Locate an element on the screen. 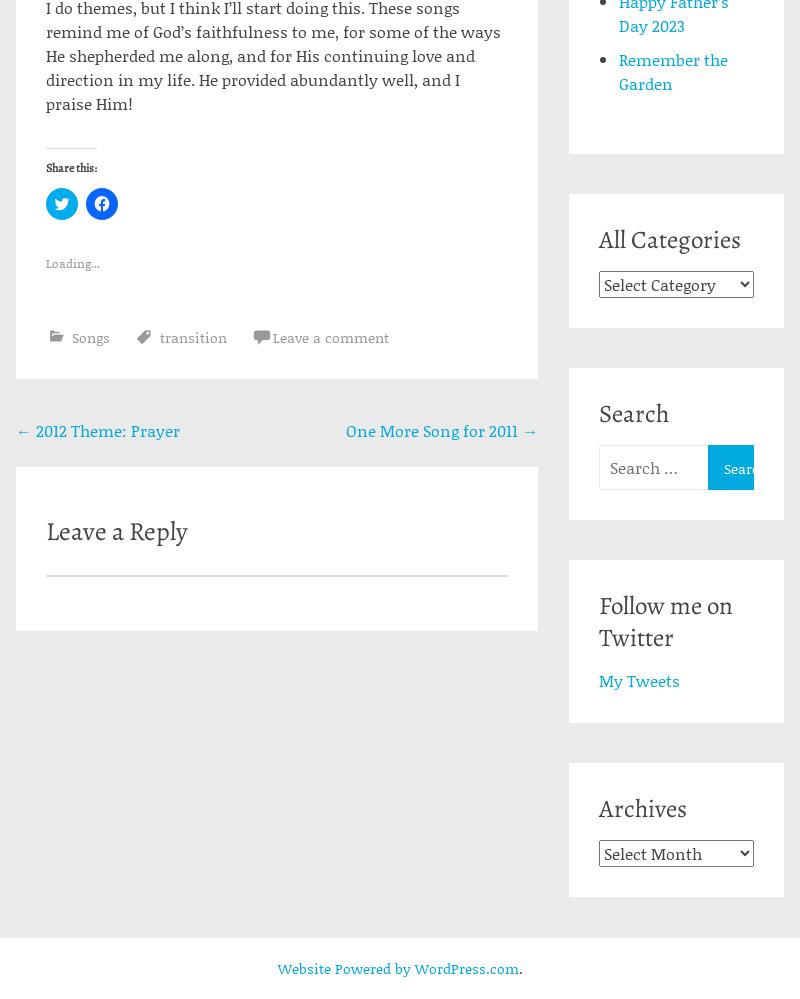 The height and width of the screenshot is (999, 800). 'Archives' is located at coordinates (641, 808).